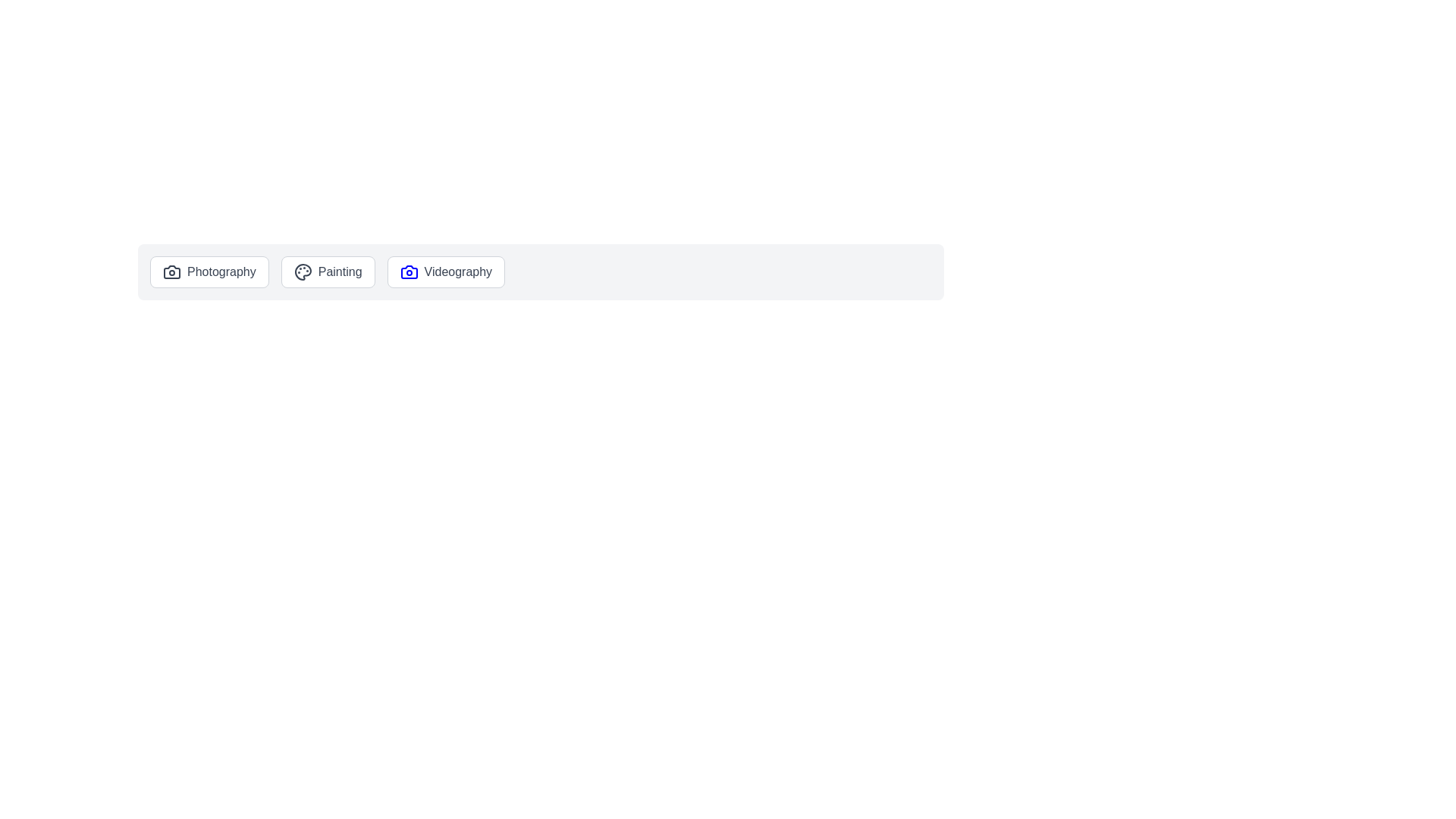 Image resolution: width=1456 pixels, height=819 pixels. What do you see at coordinates (327, 271) in the screenshot?
I see `the chip labeled Painting to observe its hover effects` at bounding box center [327, 271].